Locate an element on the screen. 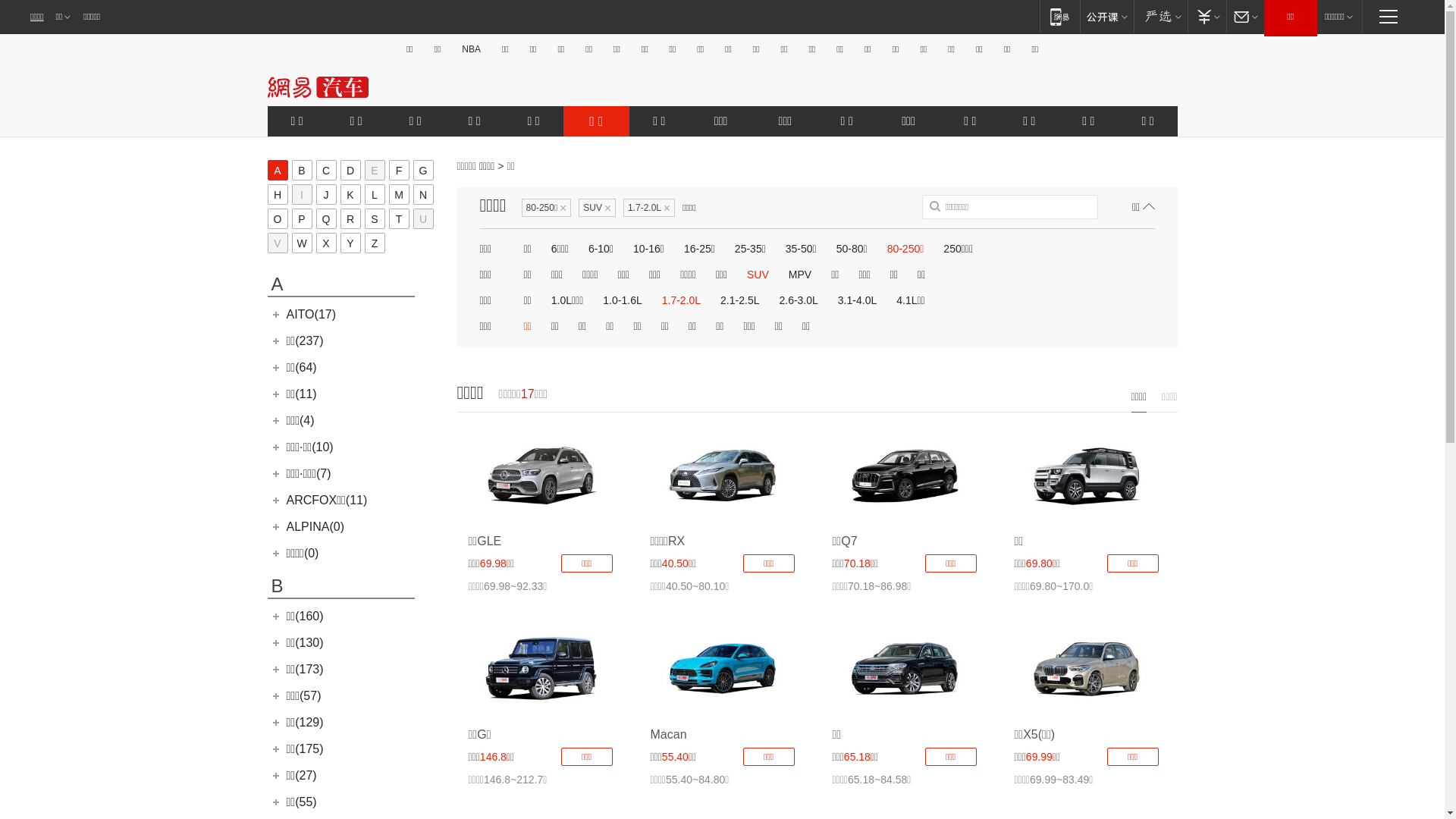  'U' is located at coordinates (412, 218).